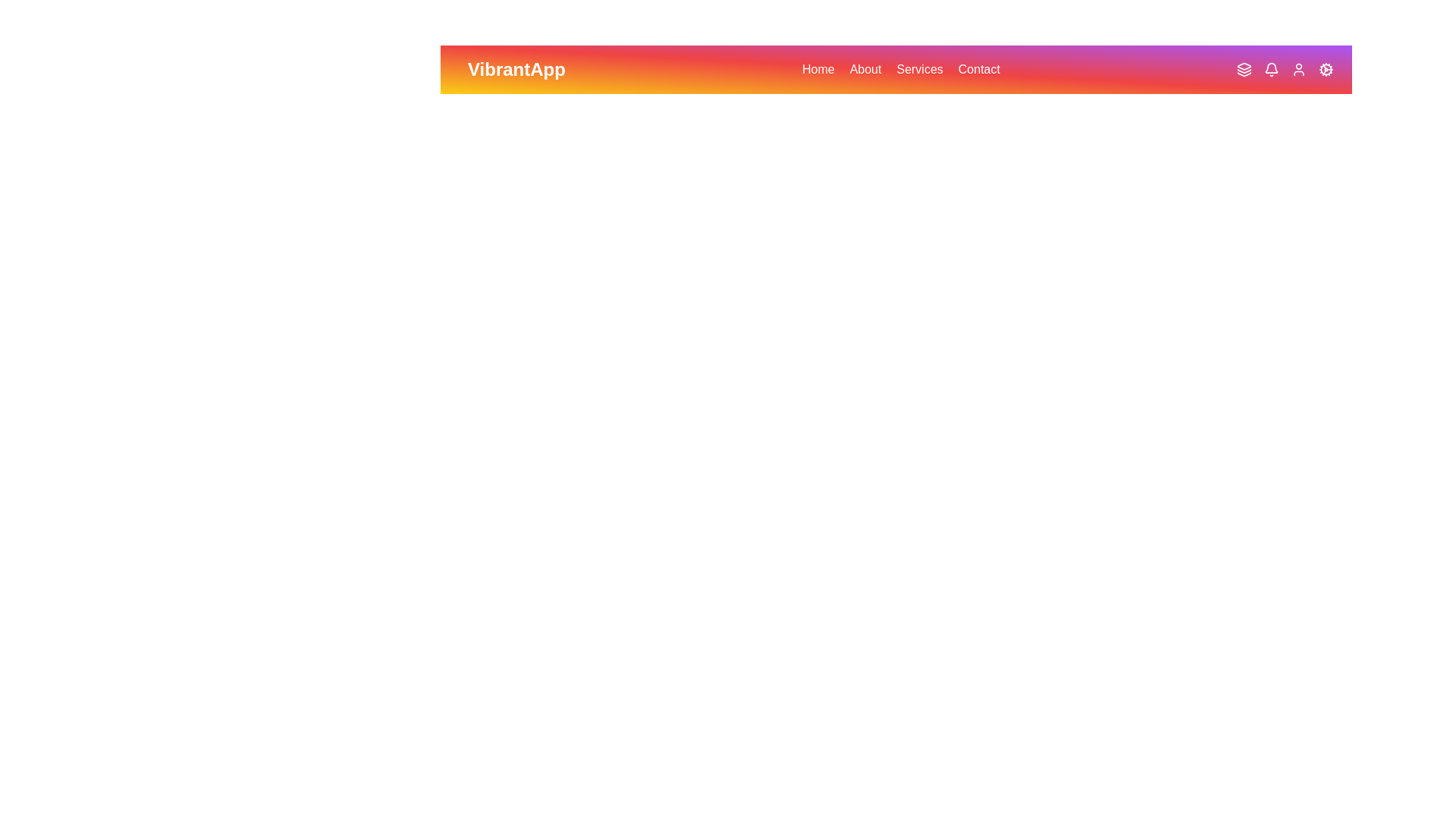 The height and width of the screenshot is (819, 1456). I want to click on the Cog icon in the VibrantAppBar, so click(1325, 70).